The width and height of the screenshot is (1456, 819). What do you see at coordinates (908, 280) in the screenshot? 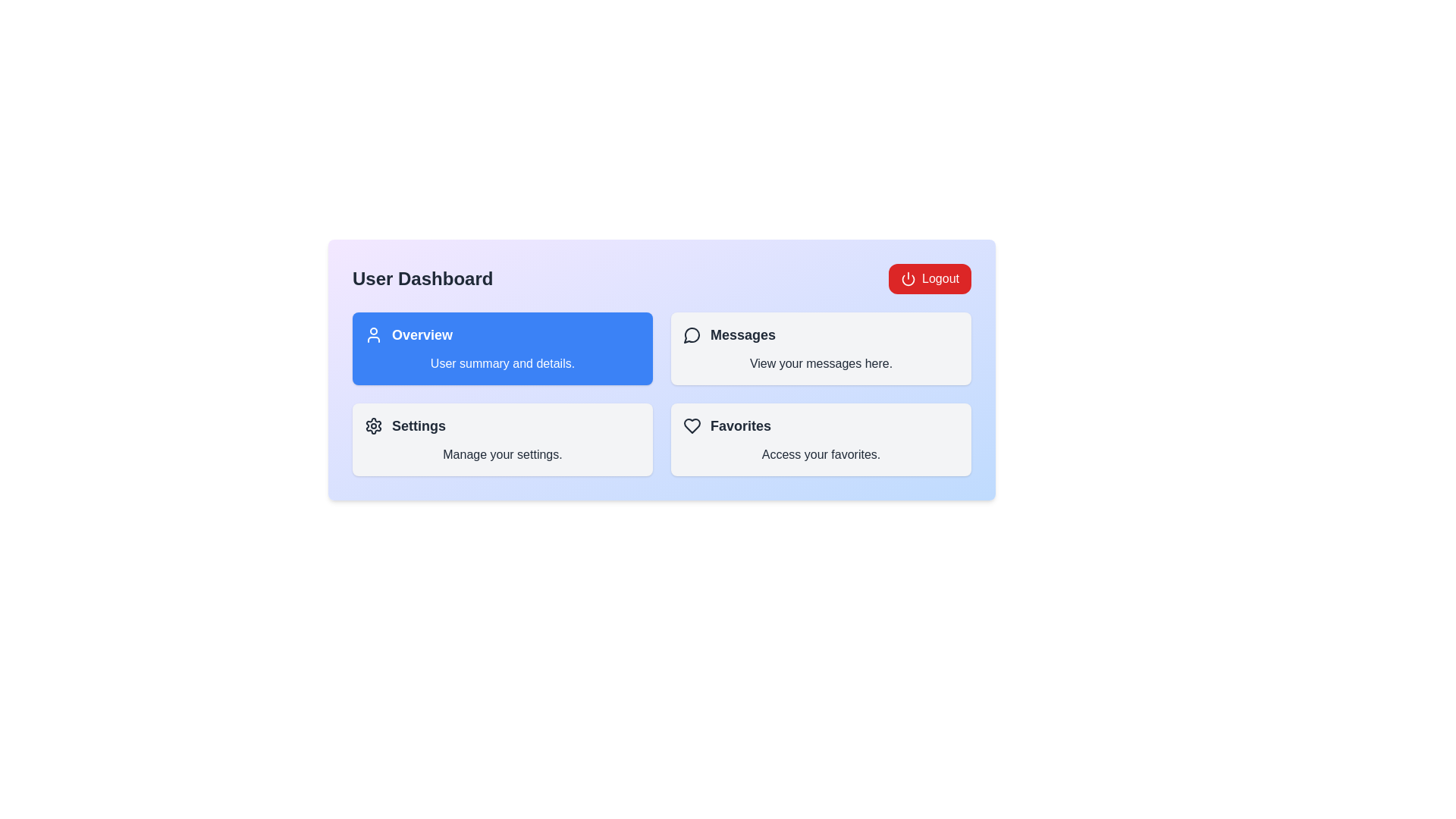
I see `the circular power symbol icon located in the top-right corner of the user interface, near the 'Logout' button` at bounding box center [908, 280].